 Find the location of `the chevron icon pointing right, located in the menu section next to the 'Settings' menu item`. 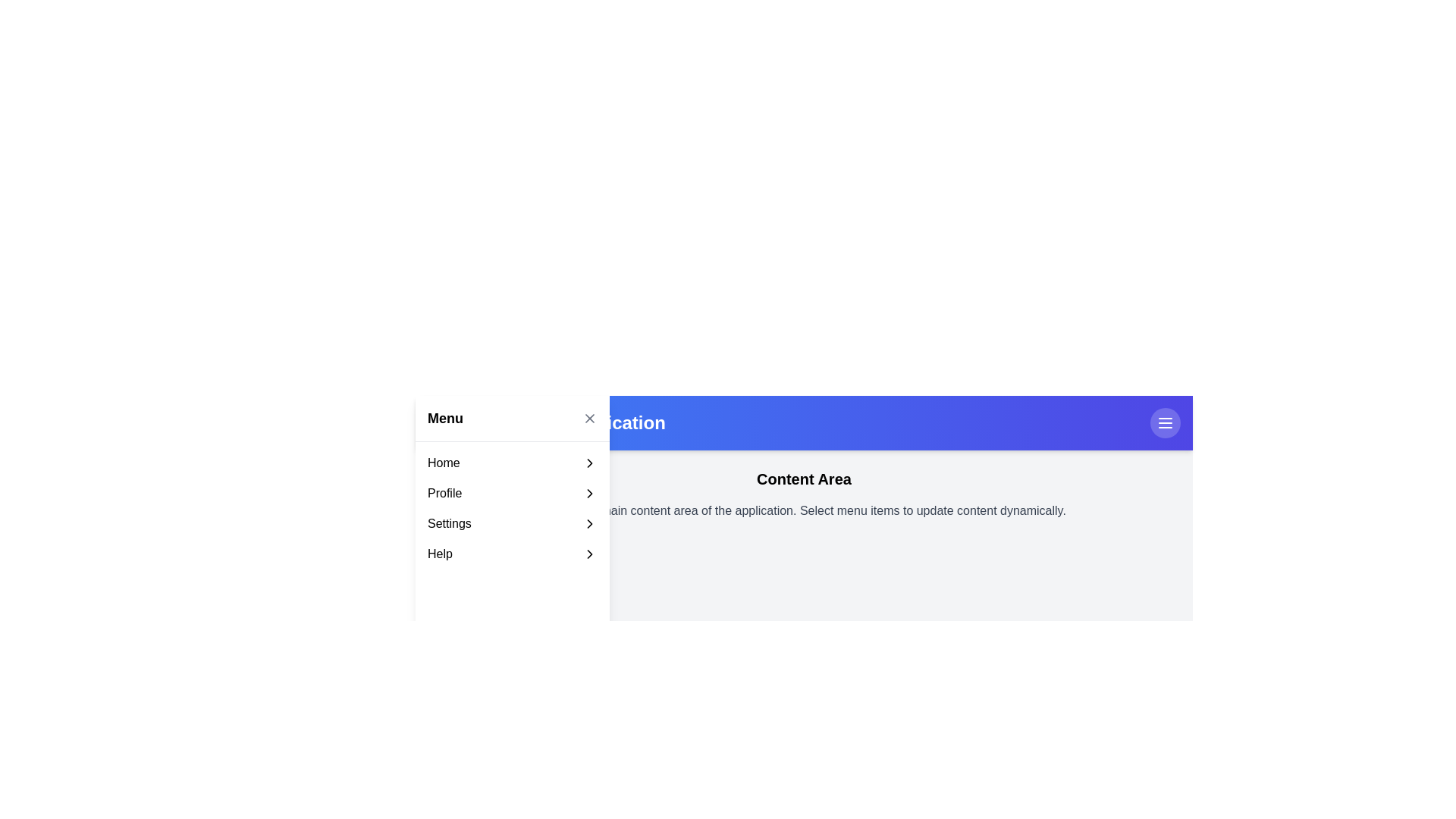

the chevron icon pointing right, located in the menu section next to the 'Settings' menu item is located at coordinates (588, 522).